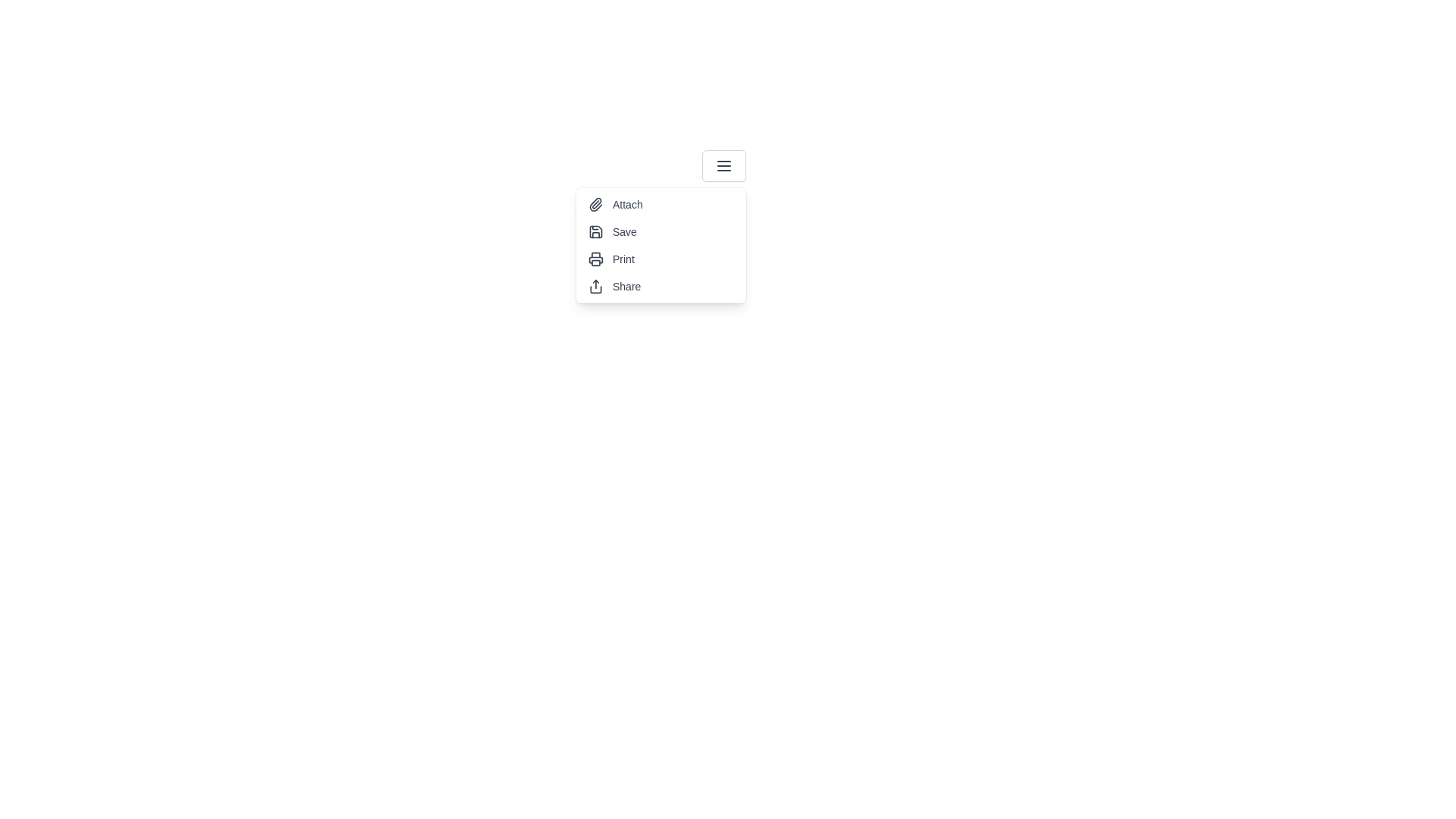 The width and height of the screenshot is (1456, 819). I want to click on the 'Save' icon/image located in the vertical menu of options, which is the first visual element in the second row, aligned horizontally to the left of the label text 'Save', so click(595, 231).